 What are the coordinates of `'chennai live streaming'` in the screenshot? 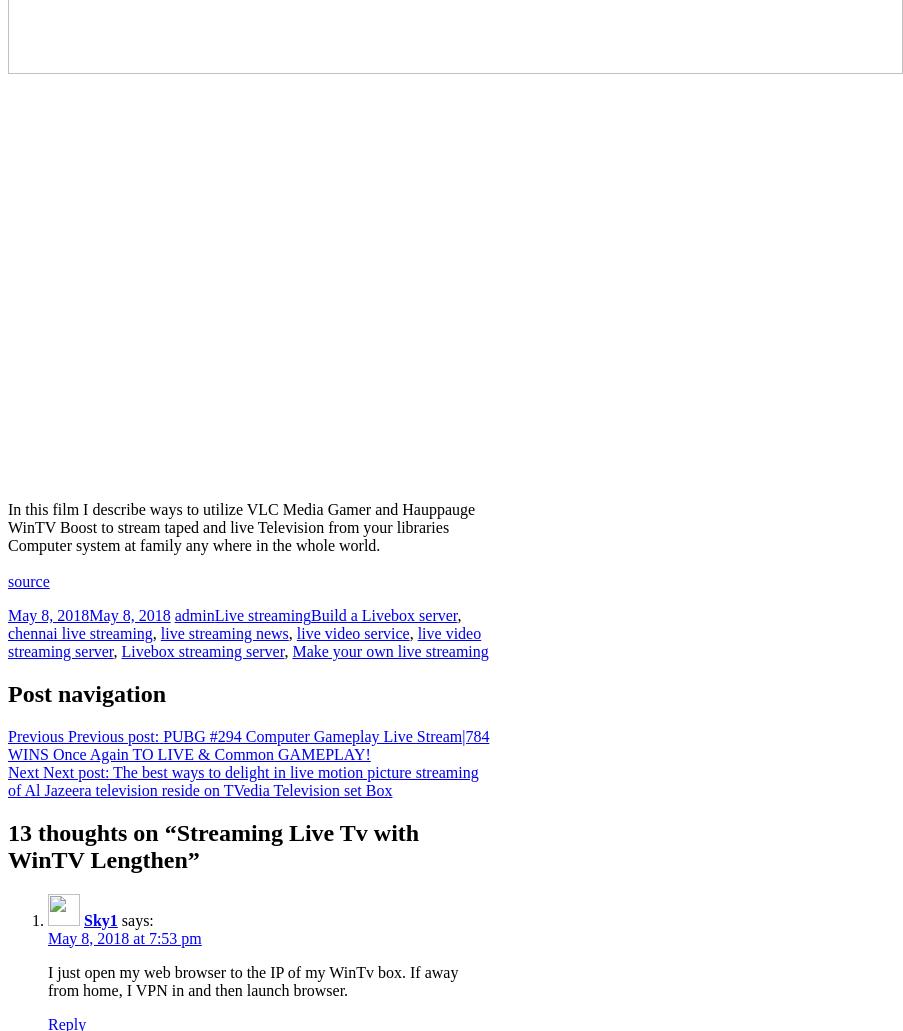 It's located at (80, 632).